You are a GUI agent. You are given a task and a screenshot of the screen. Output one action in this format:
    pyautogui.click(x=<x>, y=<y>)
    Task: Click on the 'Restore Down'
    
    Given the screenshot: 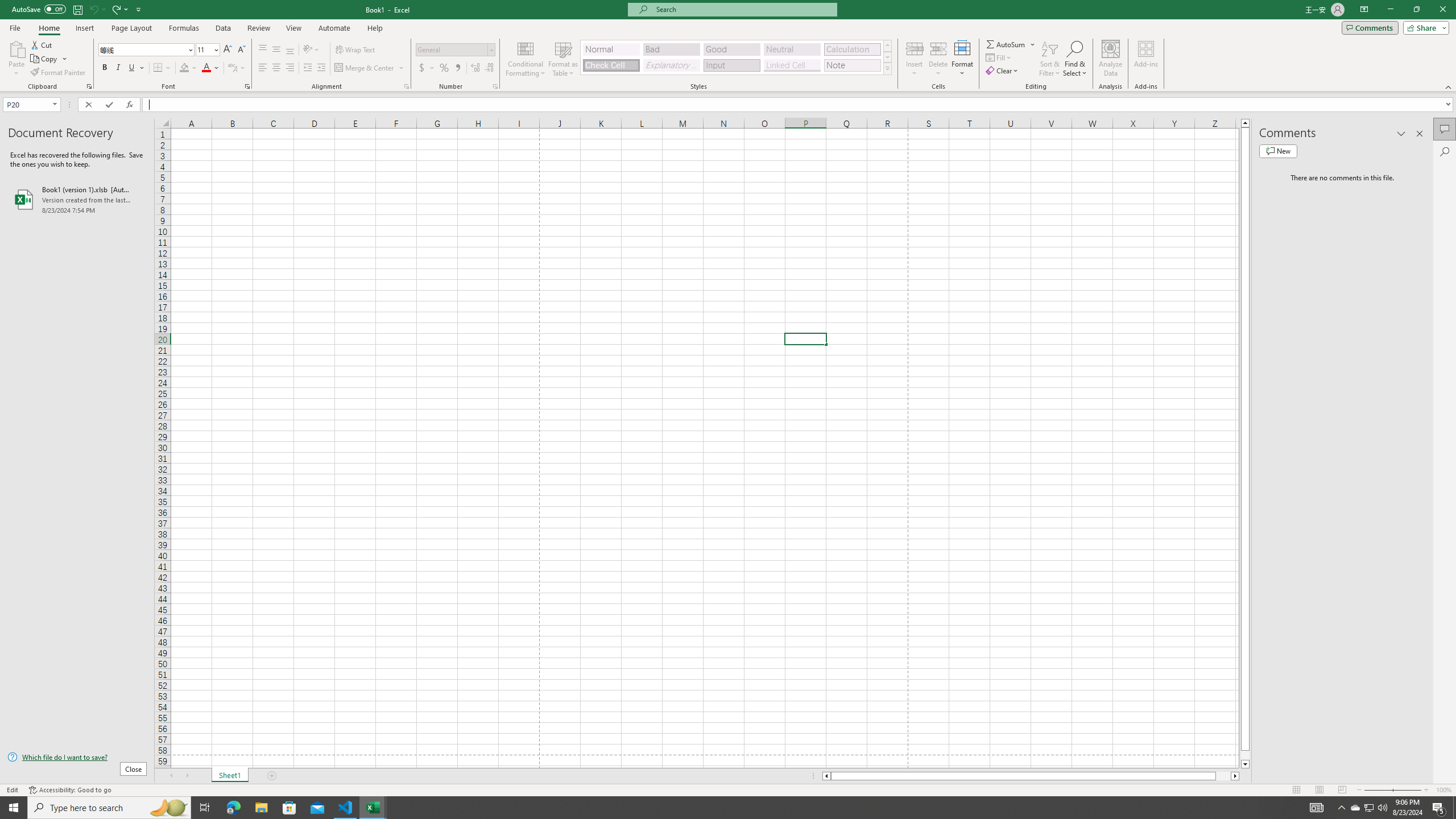 What is the action you would take?
    pyautogui.click(x=1416, y=9)
    